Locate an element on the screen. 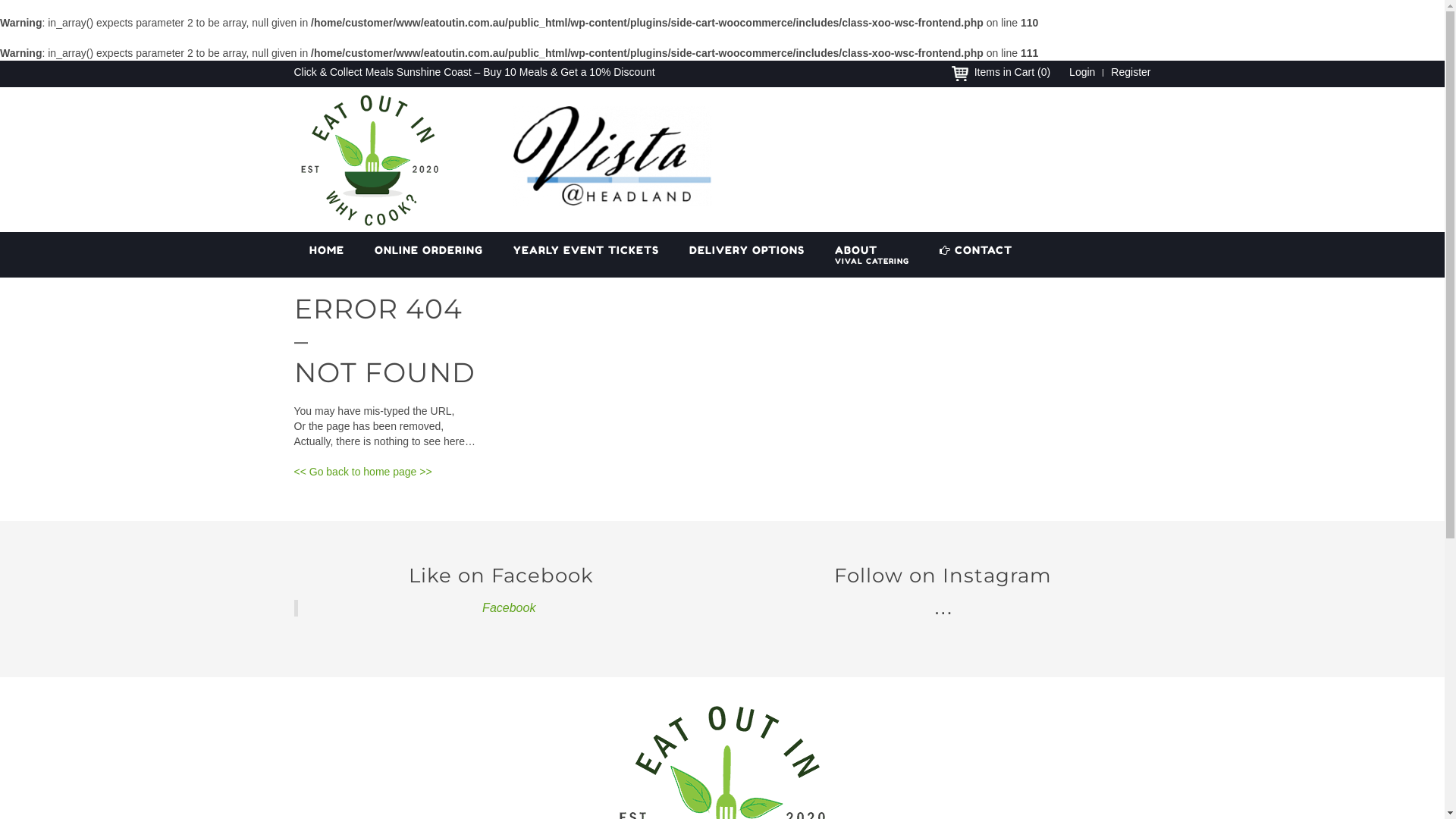 The width and height of the screenshot is (1456, 819). '<< Go back to home page >>' is located at coordinates (362, 470).